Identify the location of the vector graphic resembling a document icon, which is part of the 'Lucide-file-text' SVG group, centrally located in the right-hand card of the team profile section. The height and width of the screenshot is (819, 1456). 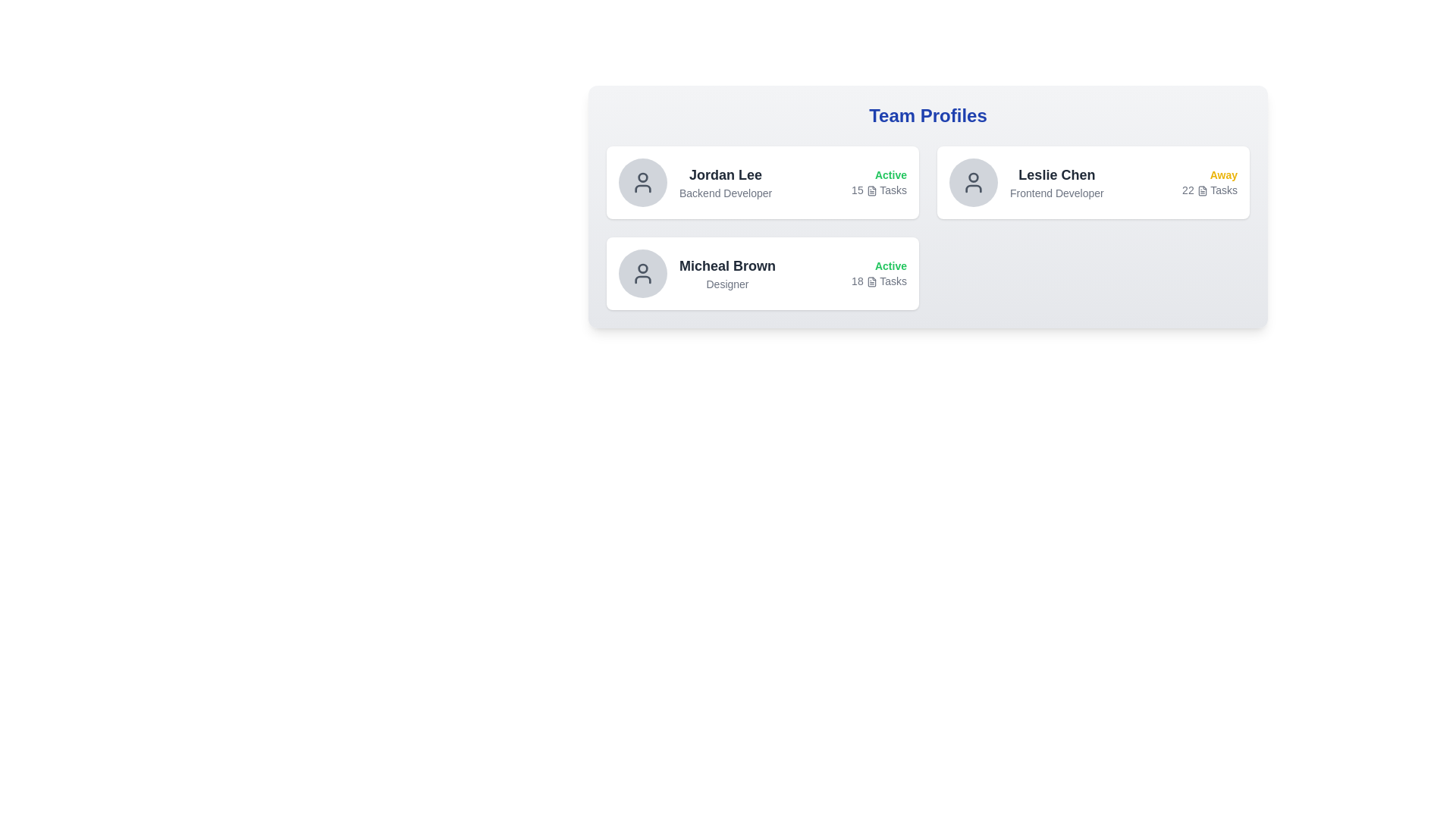
(1201, 190).